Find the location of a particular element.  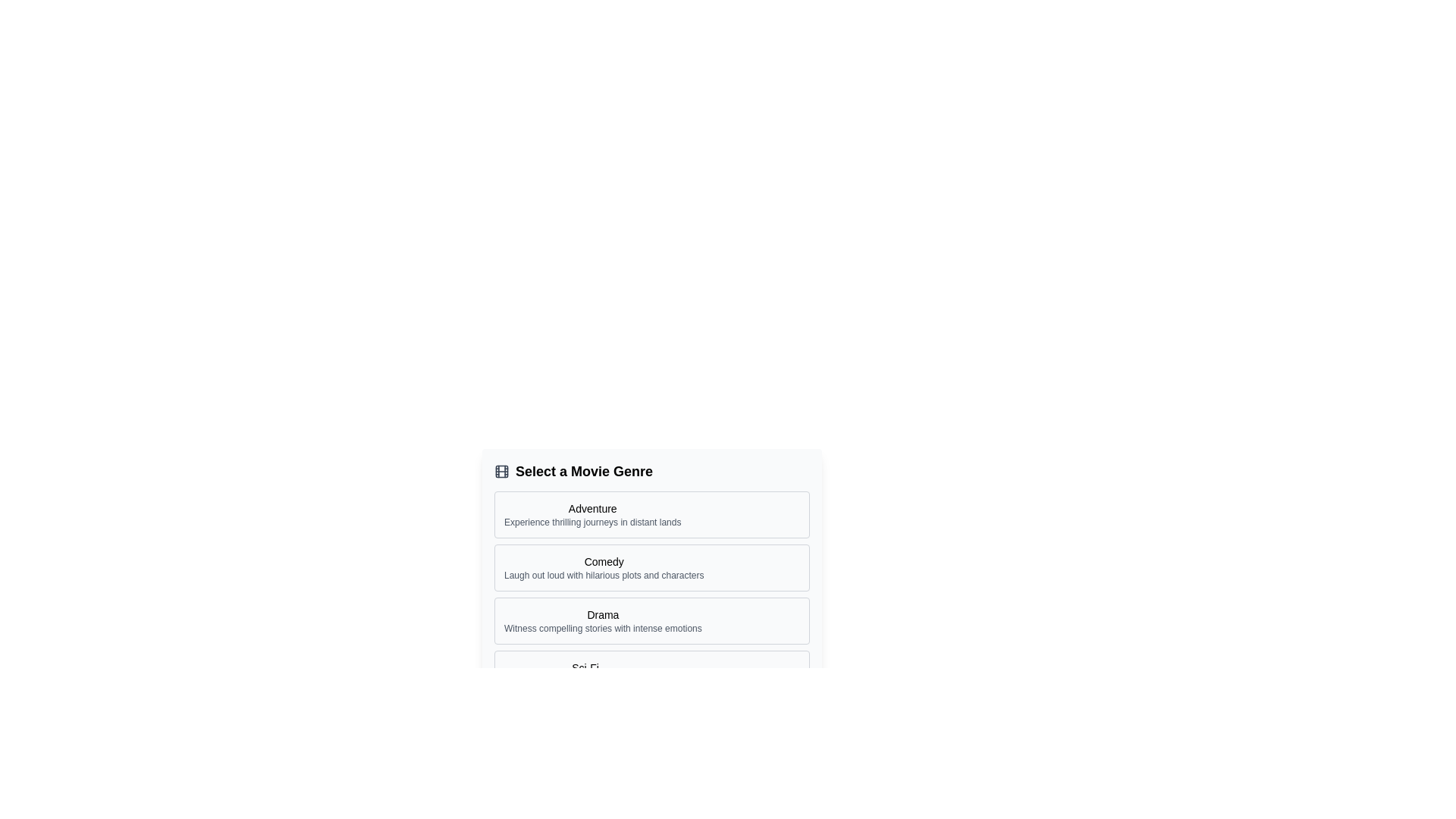

the 'Drama' option in the selectable list under the heading 'Select a Movie Genre' is located at coordinates (602, 620).